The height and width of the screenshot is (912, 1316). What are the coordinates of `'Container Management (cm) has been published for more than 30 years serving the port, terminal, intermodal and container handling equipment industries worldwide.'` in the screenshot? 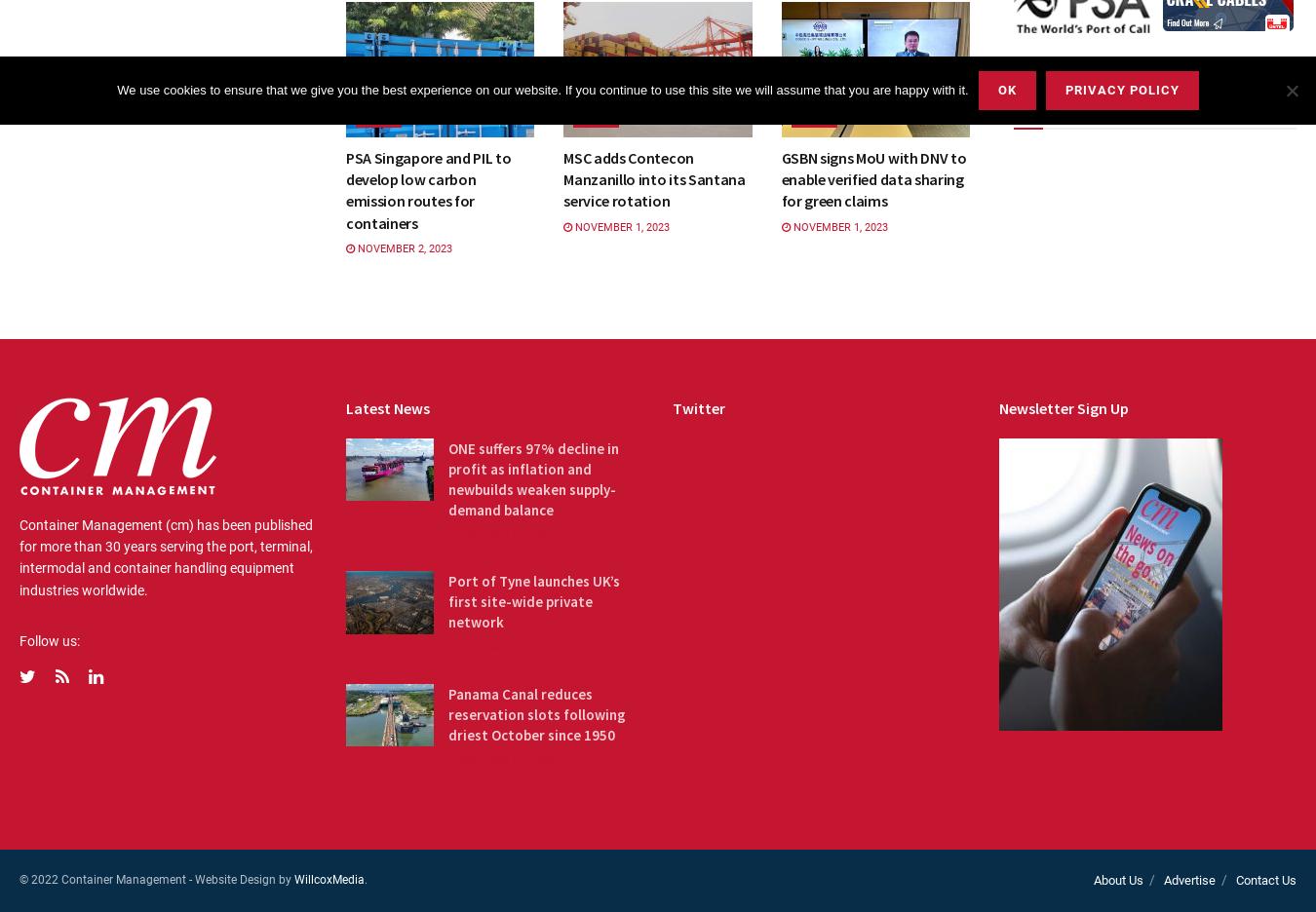 It's located at (166, 555).